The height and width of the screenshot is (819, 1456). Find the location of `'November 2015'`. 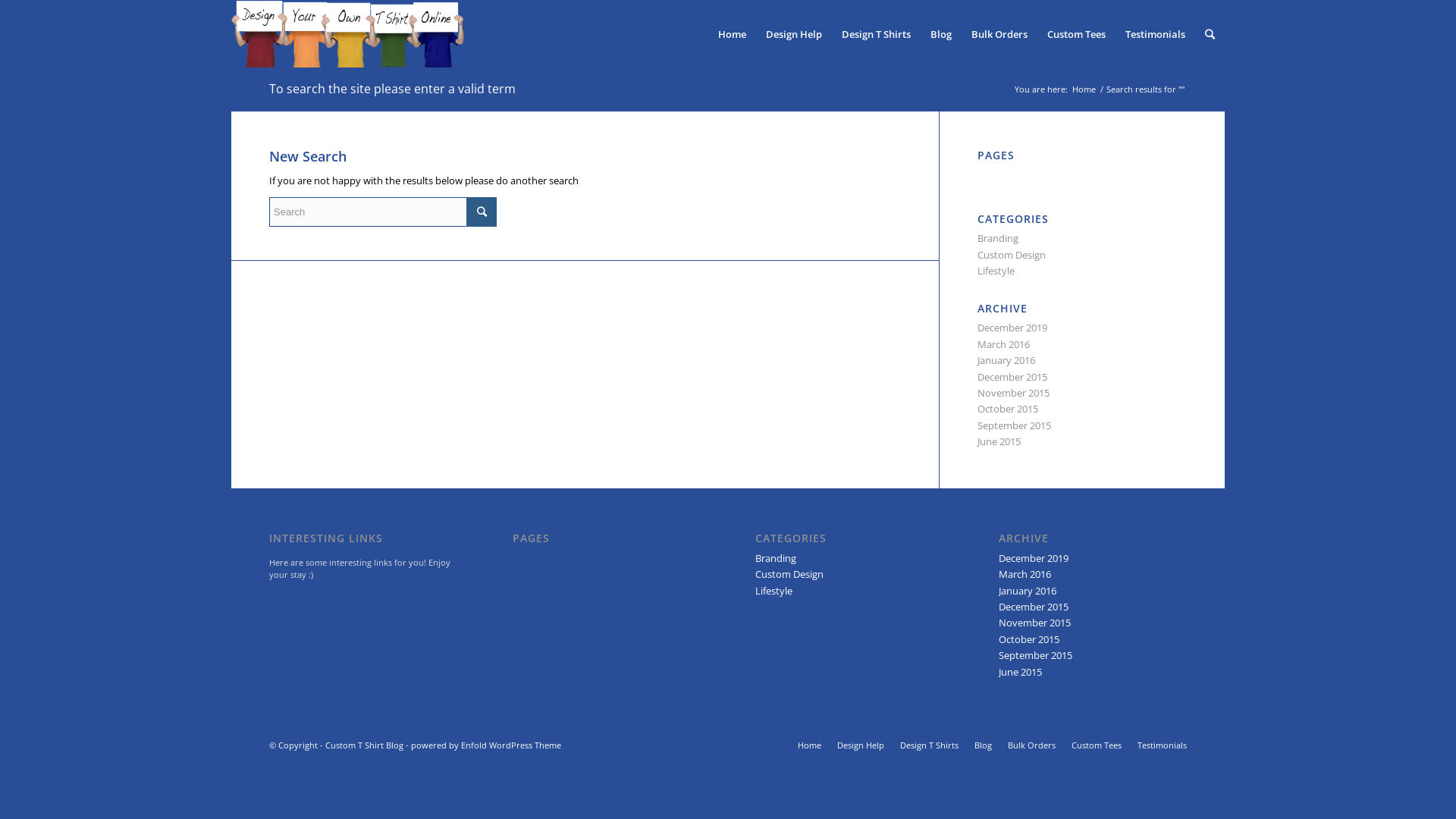

'November 2015' is located at coordinates (1013, 391).